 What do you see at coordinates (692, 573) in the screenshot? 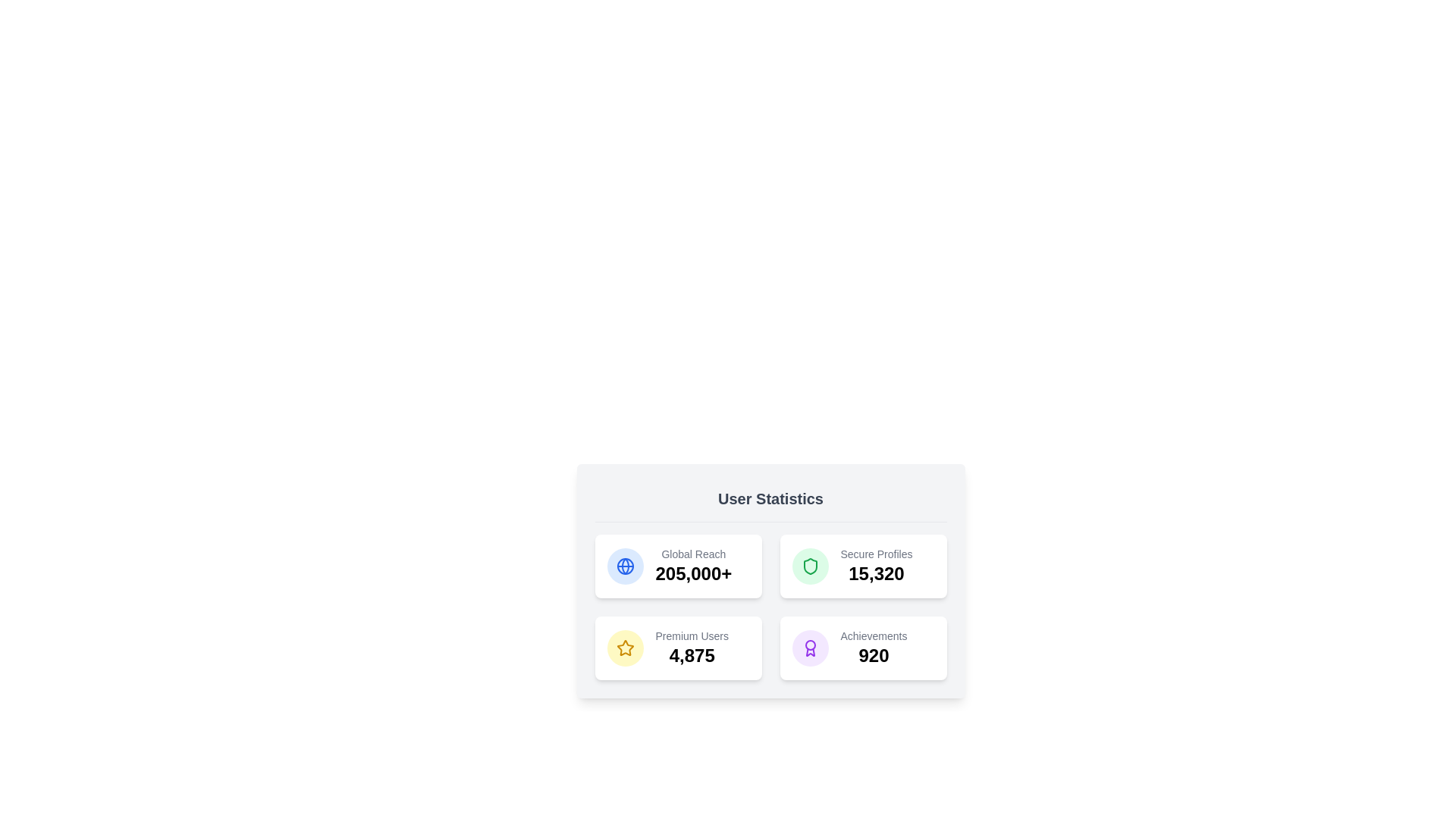
I see `the prominent label displaying '205,000+' which is located under the 'Global Reach' label in the 'User Statistics' panel` at bounding box center [692, 573].